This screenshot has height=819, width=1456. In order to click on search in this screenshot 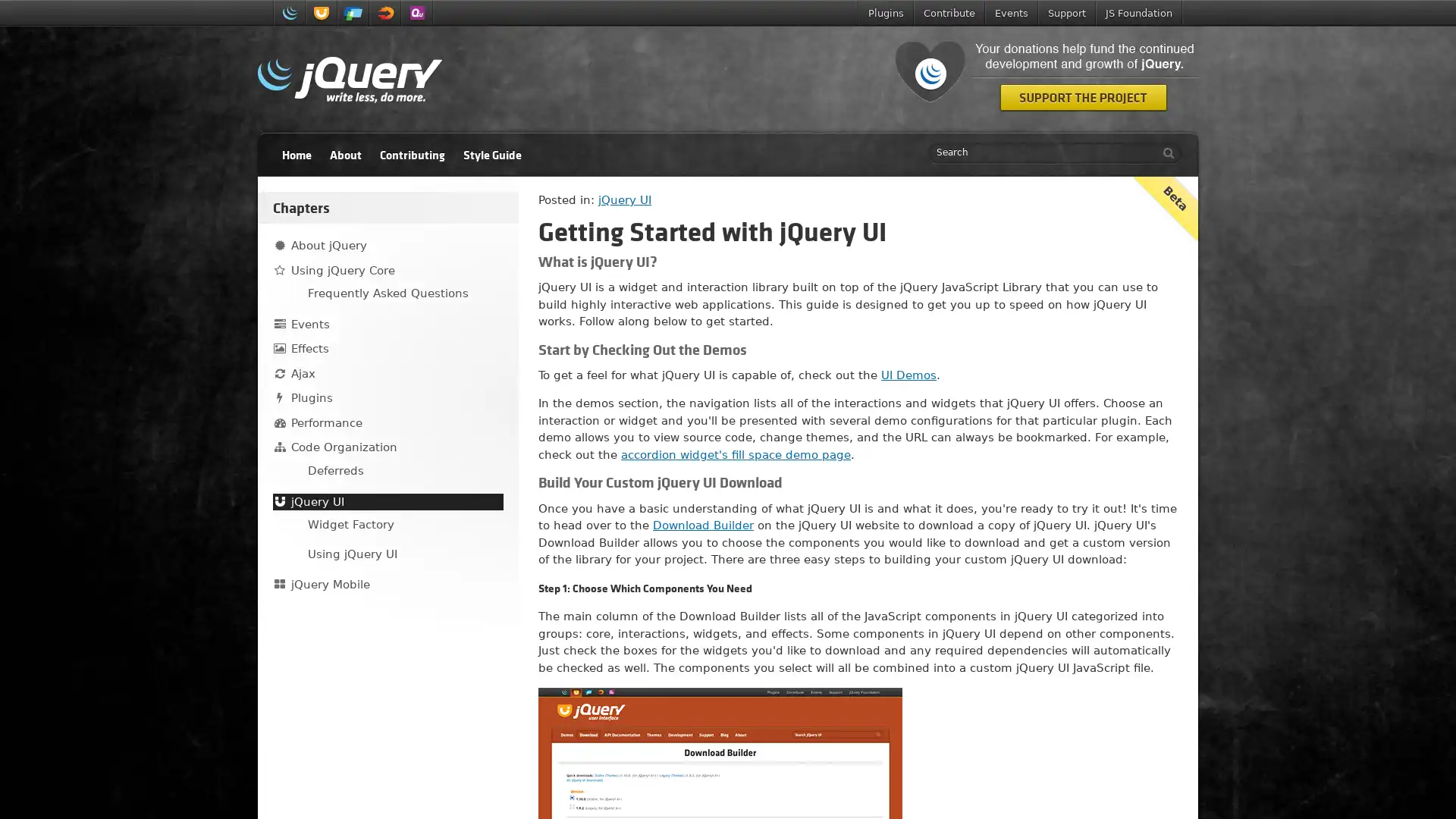, I will do `click(1164, 152)`.